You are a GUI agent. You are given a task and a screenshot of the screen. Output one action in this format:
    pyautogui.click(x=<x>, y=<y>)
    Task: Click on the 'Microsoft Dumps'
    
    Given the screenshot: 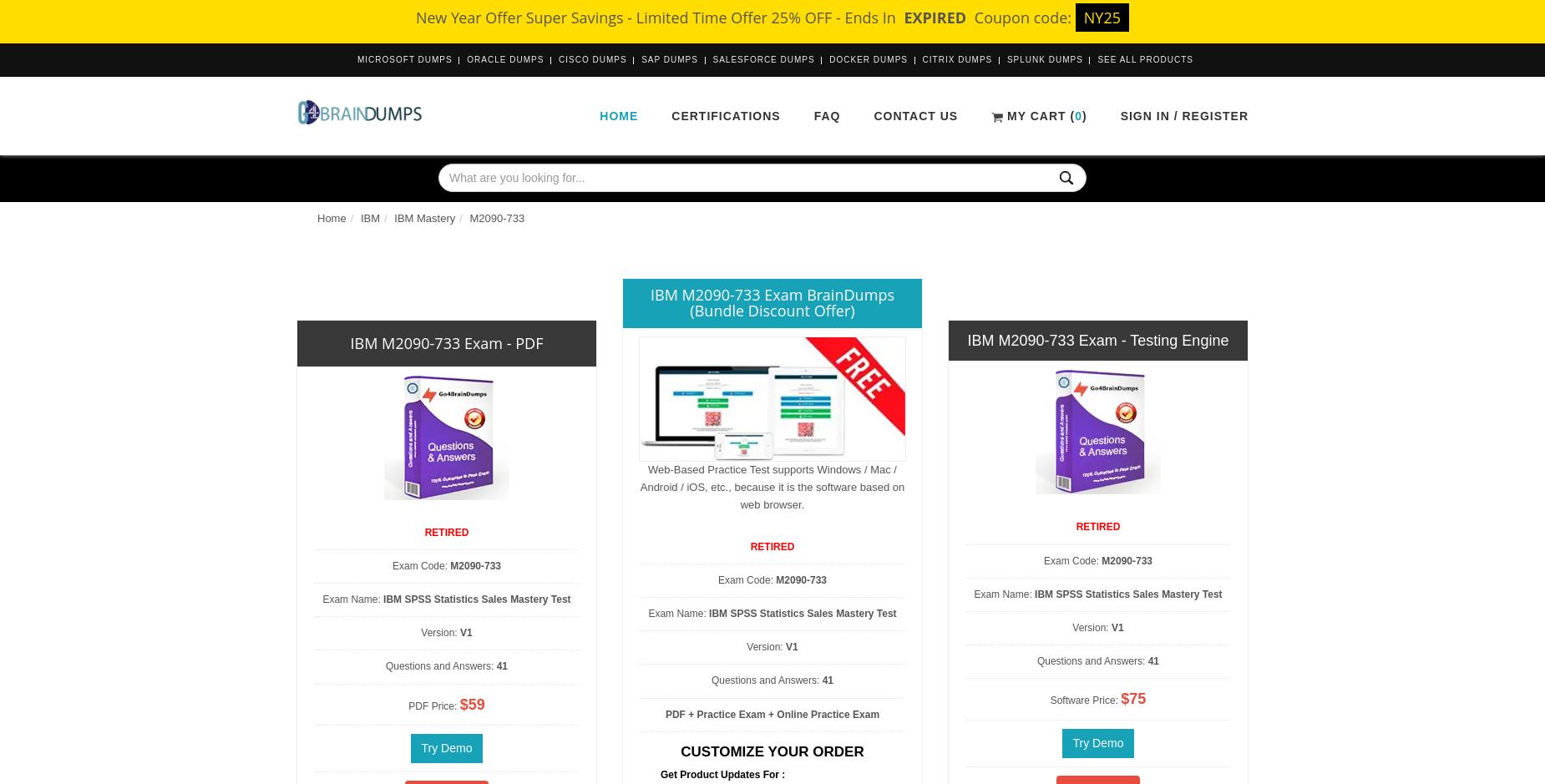 What is the action you would take?
    pyautogui.click(x=404, y=58)
    